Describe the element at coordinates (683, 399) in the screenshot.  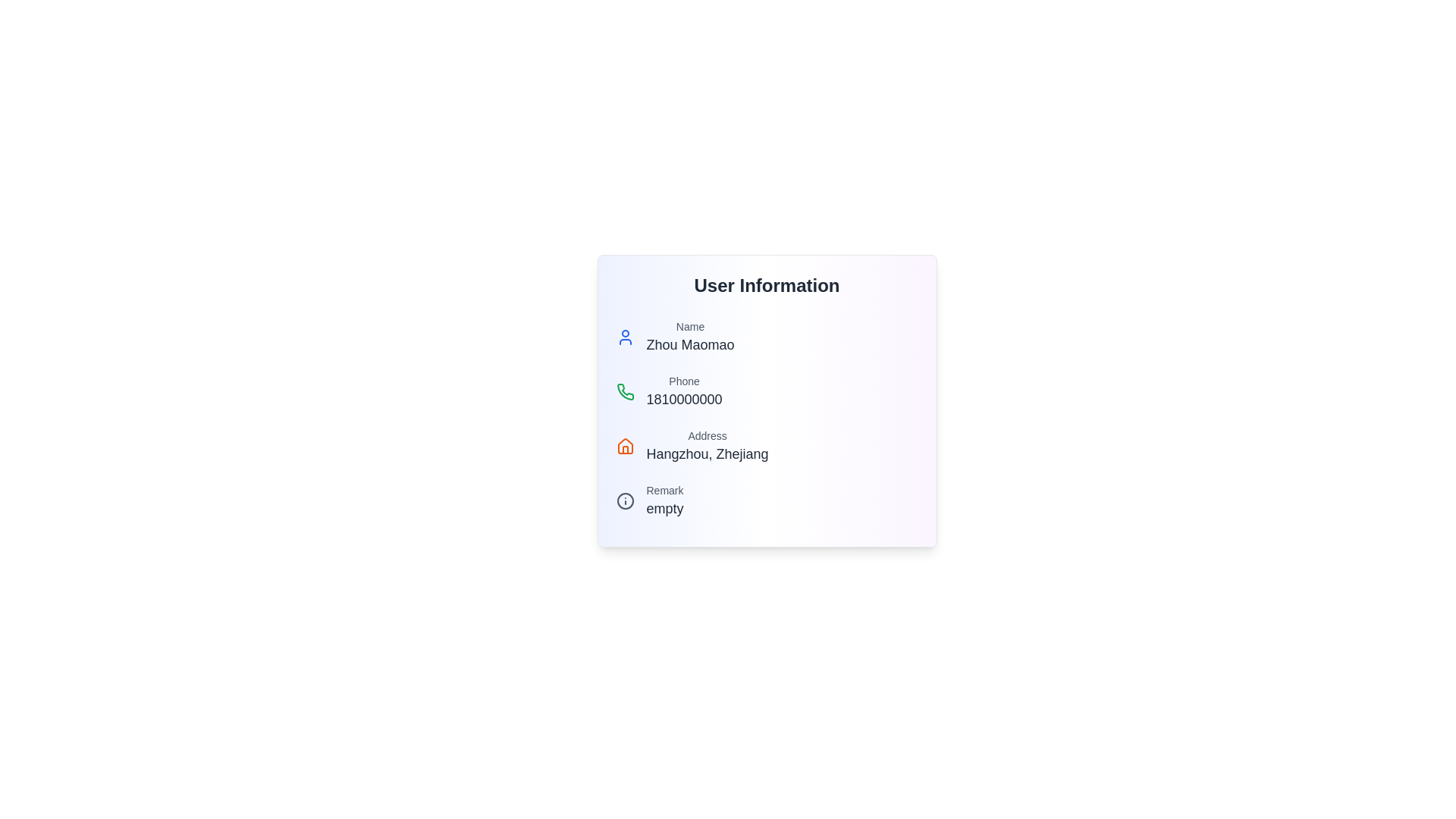
I see `the Text Label displaying the user's phone number located under the 'Phone' label in the 'User Information' section` at that location.